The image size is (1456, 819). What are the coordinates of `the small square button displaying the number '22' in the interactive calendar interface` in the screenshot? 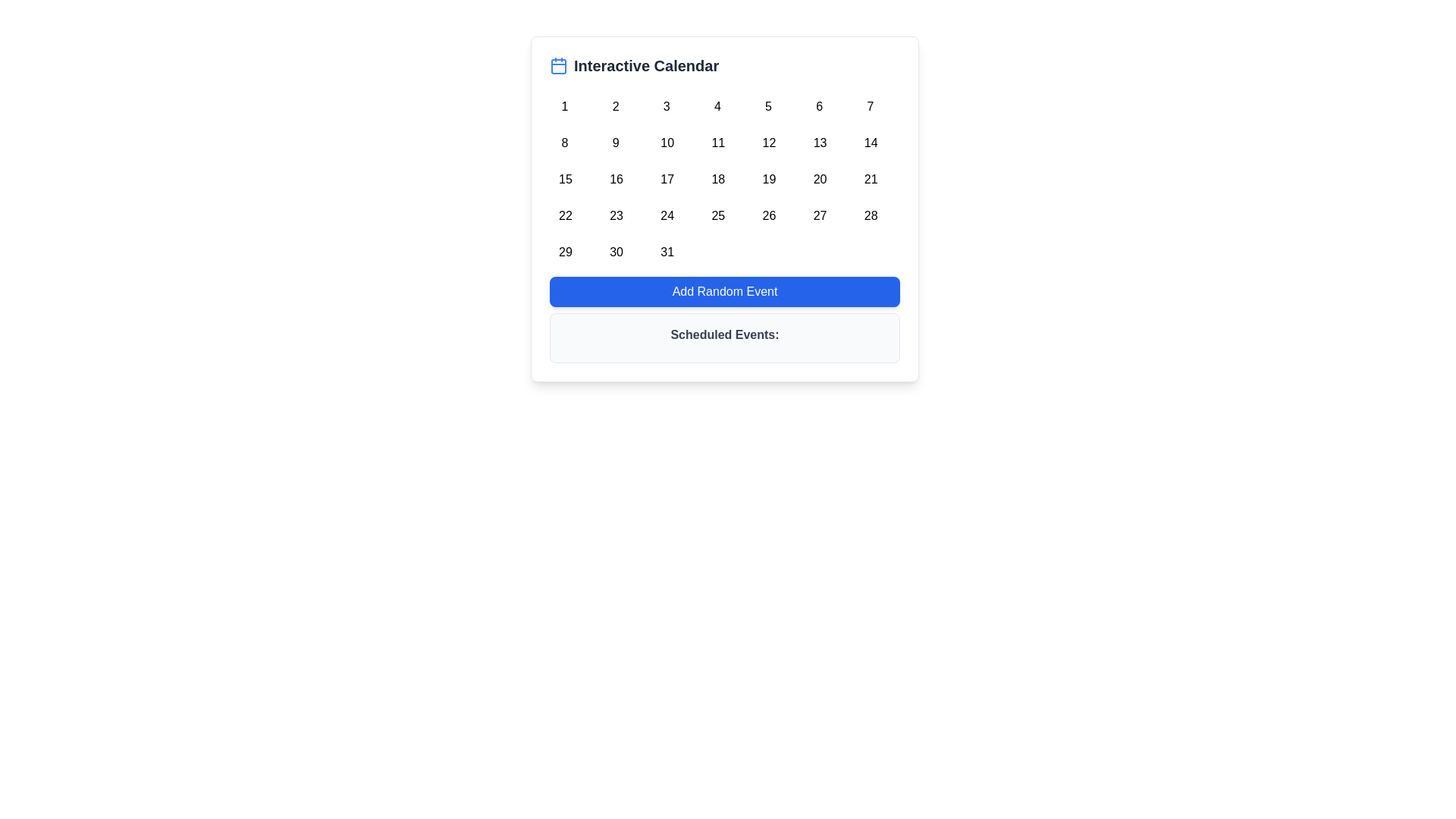 It's located at (563, 213).